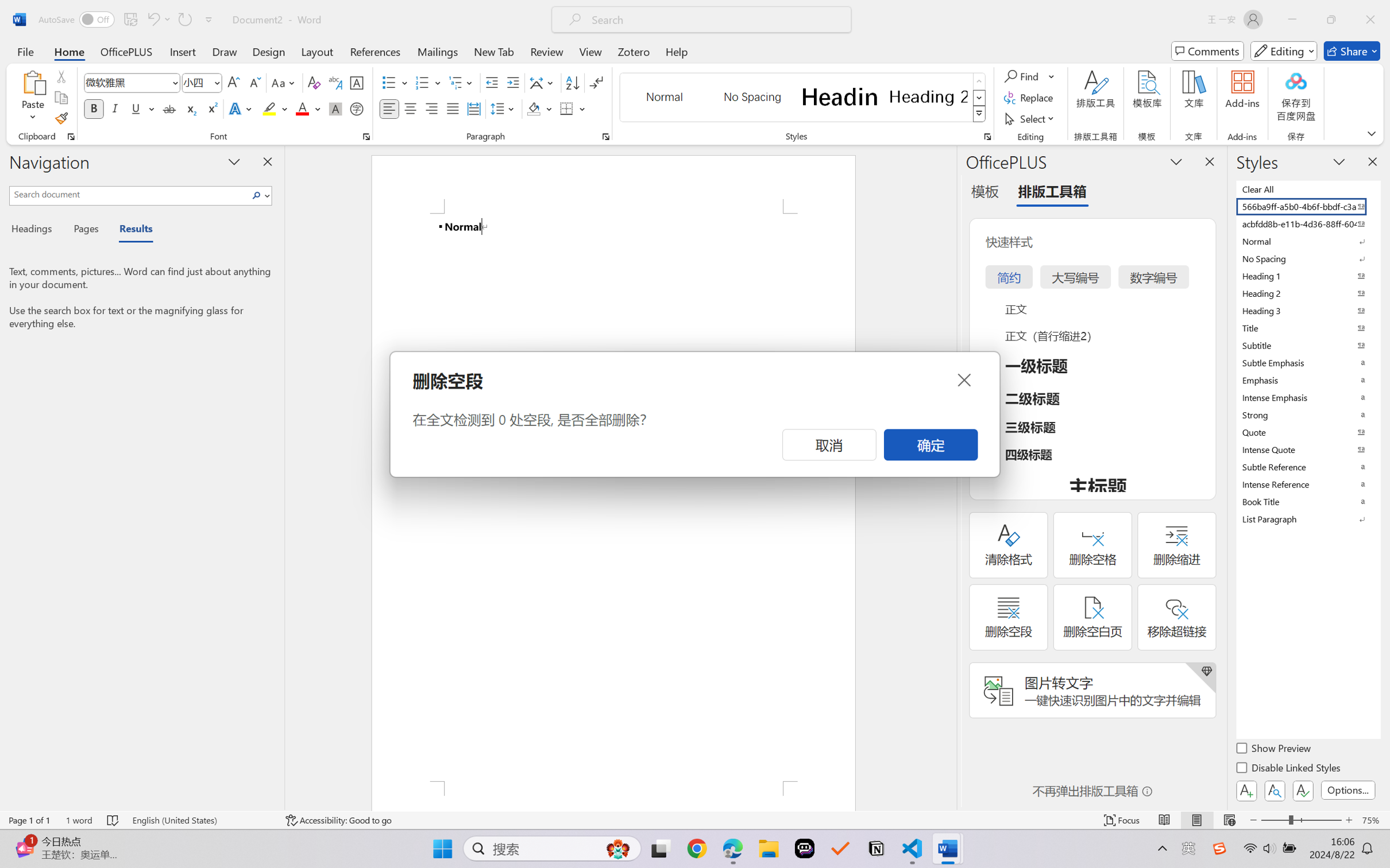 The image size is (1390, 868). I want to click on 'File Tab', so click(25, 51).